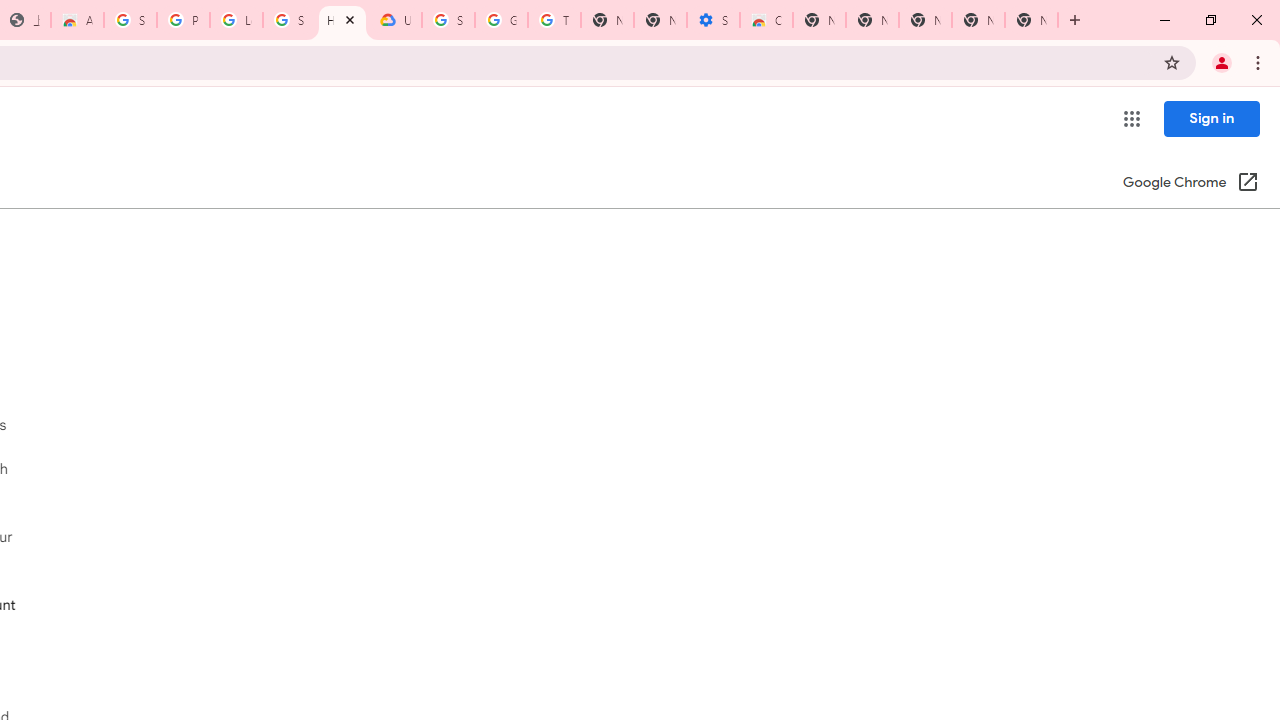 This screenshot has width=1280, height=720. I want to click on 'Chrome Web Store - Accessibility extensions', so click(765, 20).